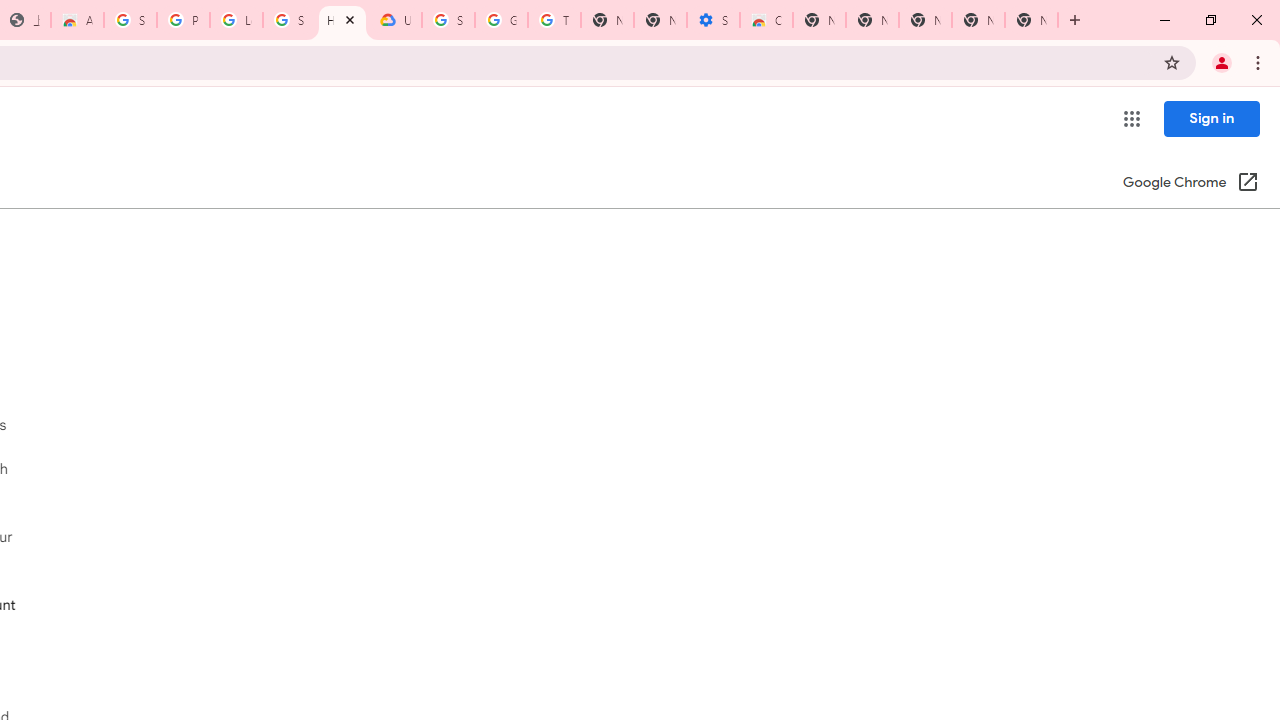 This screenshot has width=1280, height=720. I want to click on 'Chrome Web Store - Accessibility extensions', so click(765, 20).